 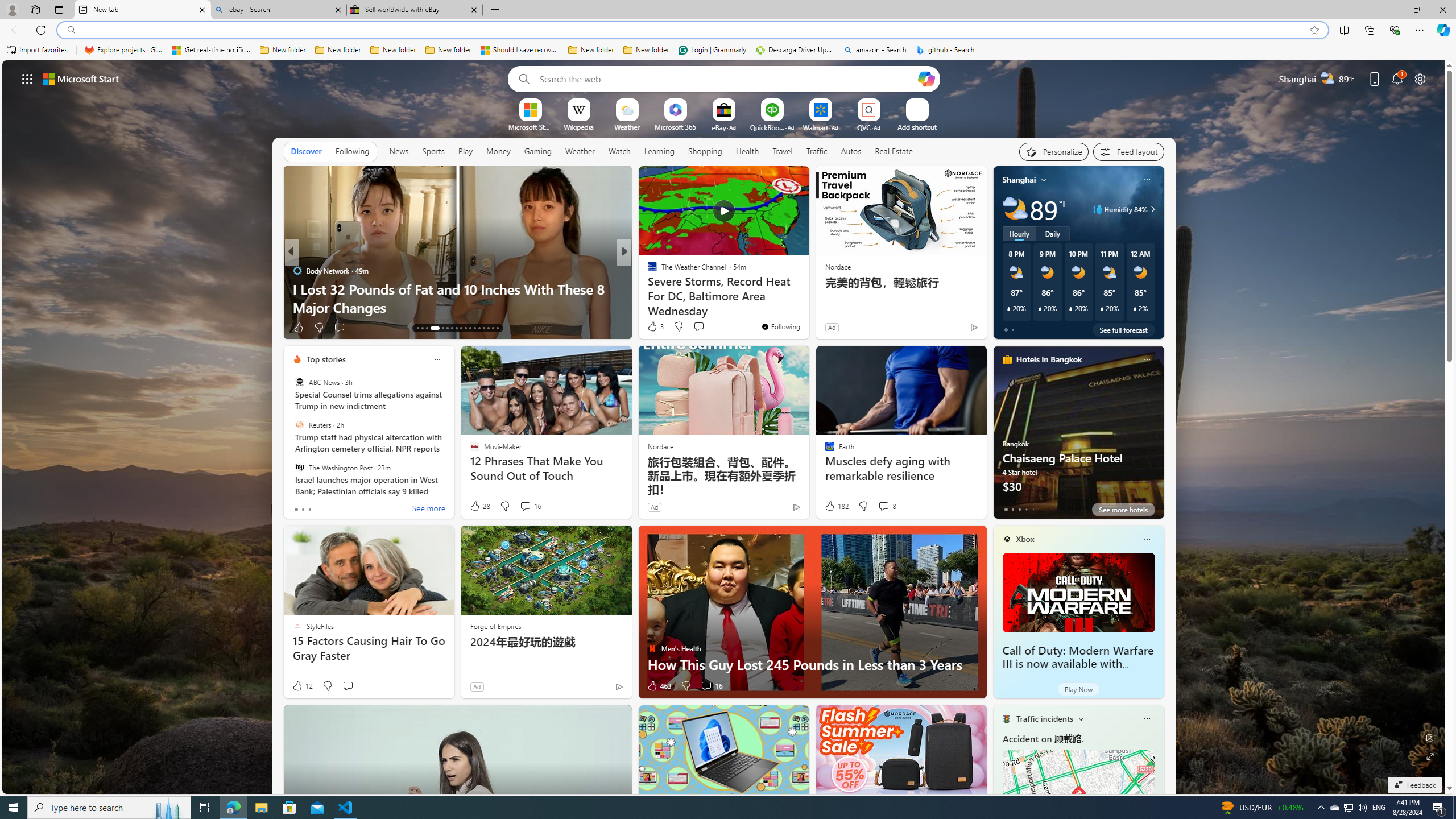 I want to click on 'Real Estate', so click(x=893, y=151).